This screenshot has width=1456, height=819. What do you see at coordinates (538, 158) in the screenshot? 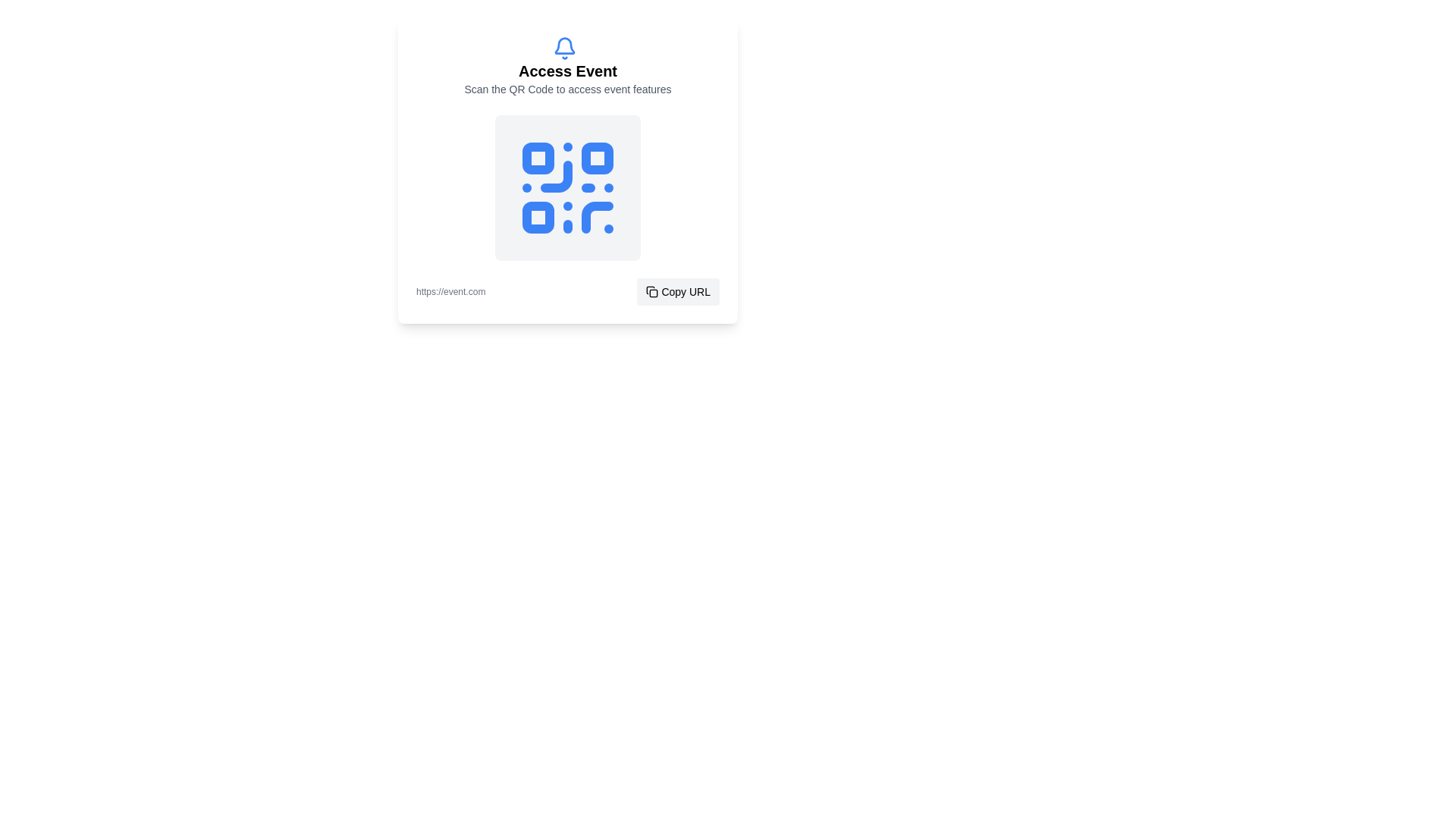
I see `the small square with rounded corners located in the upper-left part of the QR code, styled with a blue fill and white background` at bounding box center [538, 158].